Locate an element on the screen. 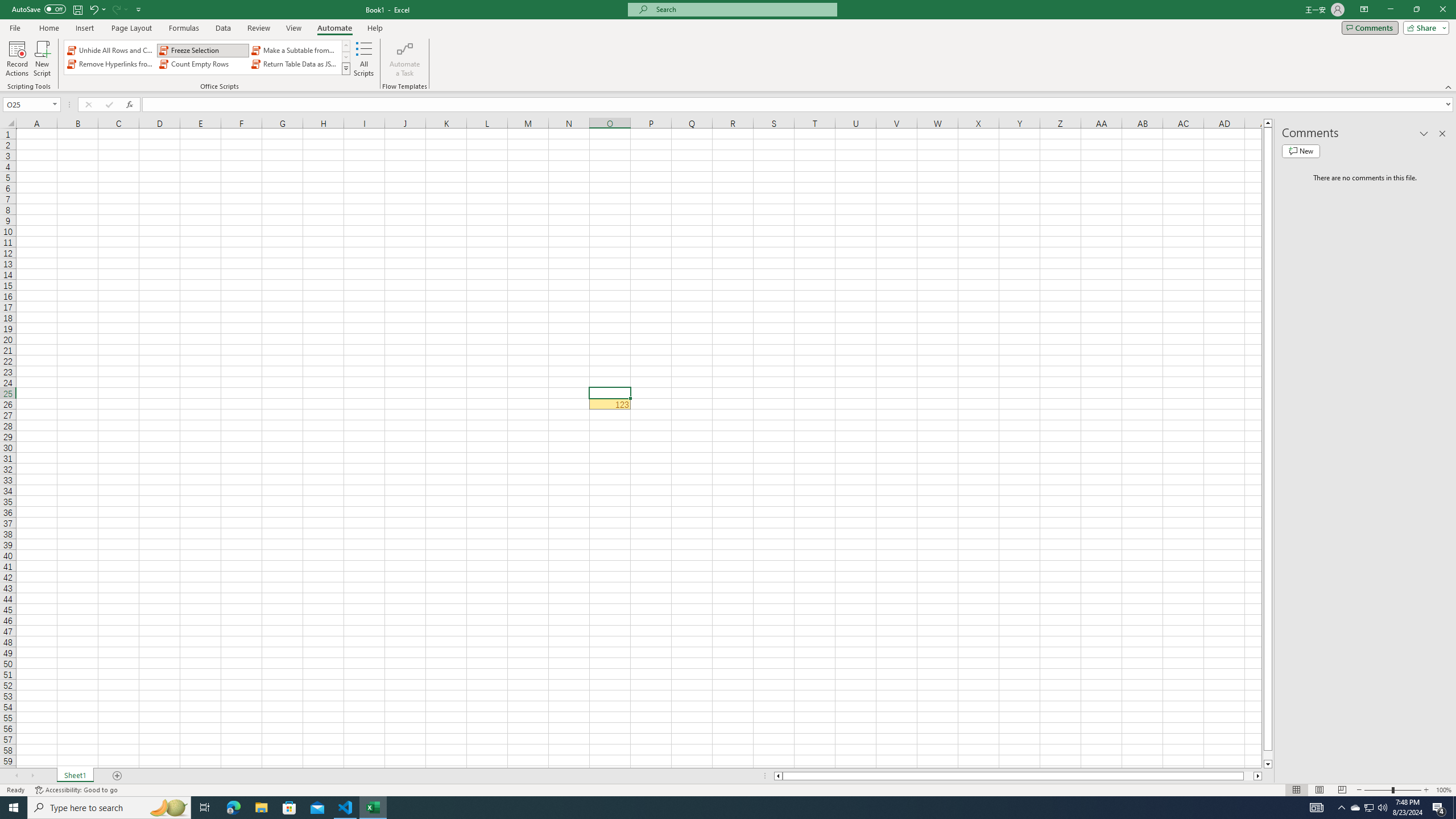  'Insert' is located at coordinates (84, 28).